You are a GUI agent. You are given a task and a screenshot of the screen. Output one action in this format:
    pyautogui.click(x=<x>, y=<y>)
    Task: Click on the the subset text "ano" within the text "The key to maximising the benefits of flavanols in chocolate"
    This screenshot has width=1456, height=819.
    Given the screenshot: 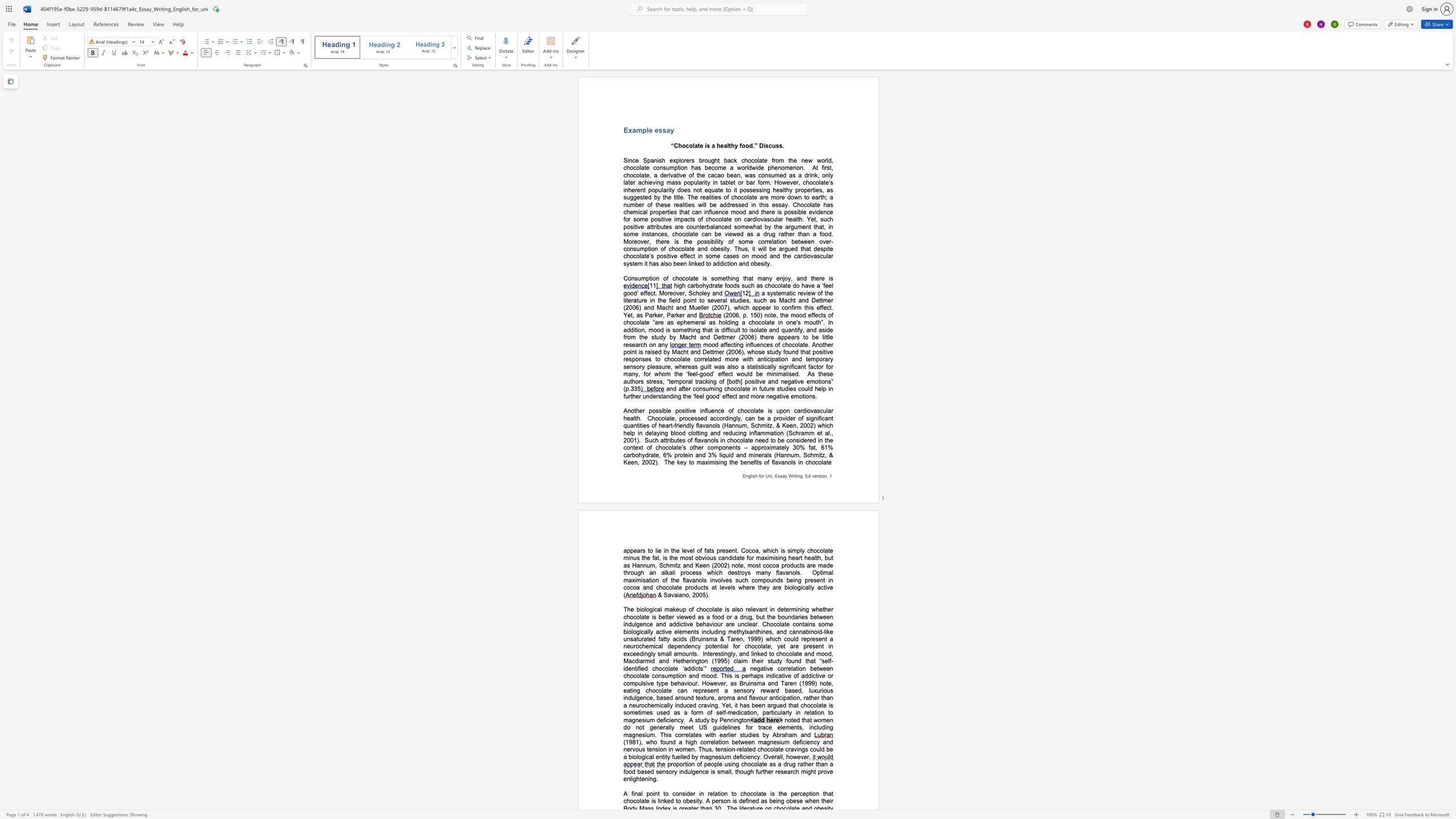 What is the action you would take?
    pyautogui.click(x=781, y=462)
    